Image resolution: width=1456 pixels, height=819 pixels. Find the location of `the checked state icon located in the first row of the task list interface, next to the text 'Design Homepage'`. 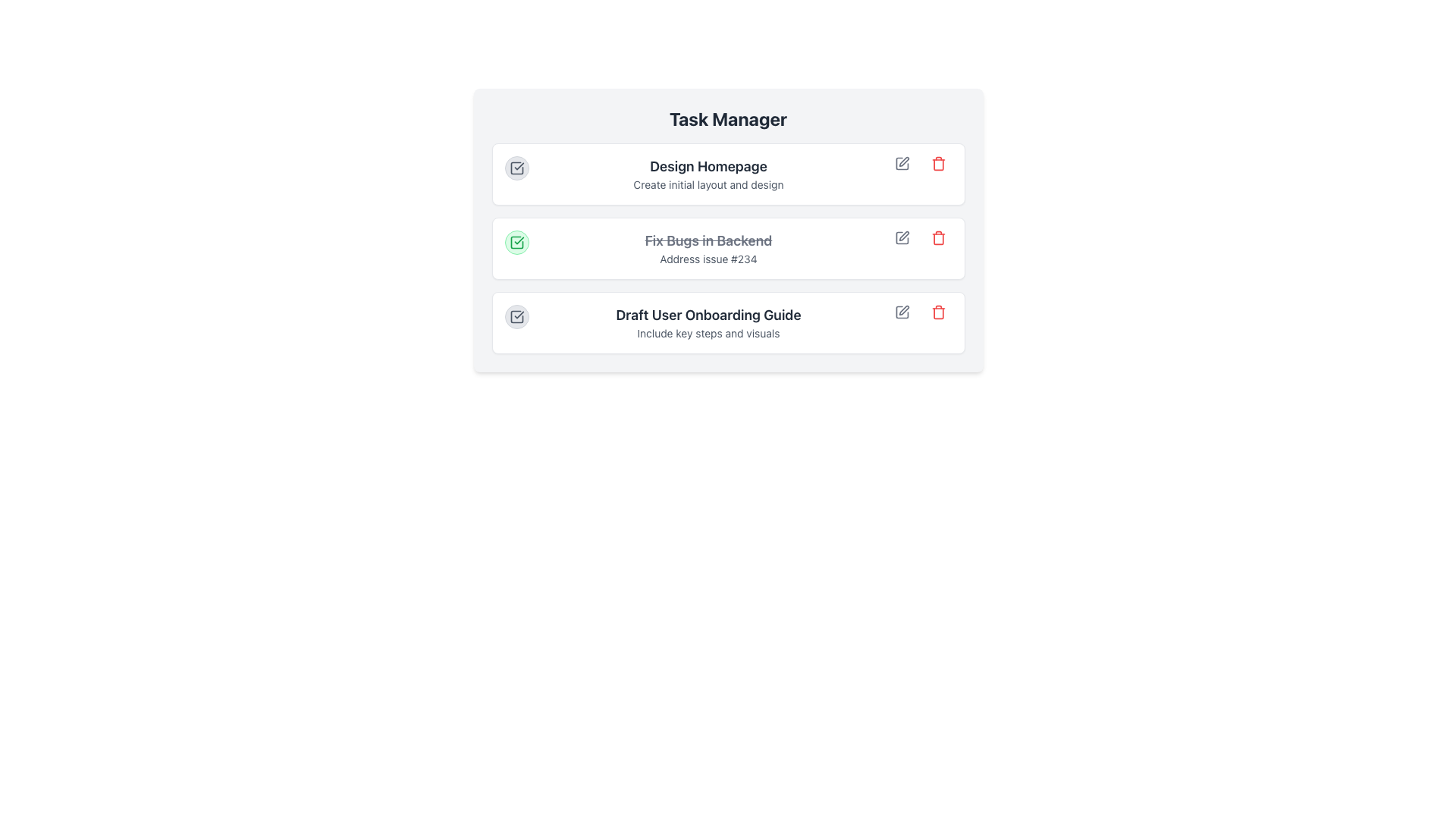

the checked state icon located in the first row of the task list interface, next to the text 'Design Homepage' is located at coordinates (516, 168).